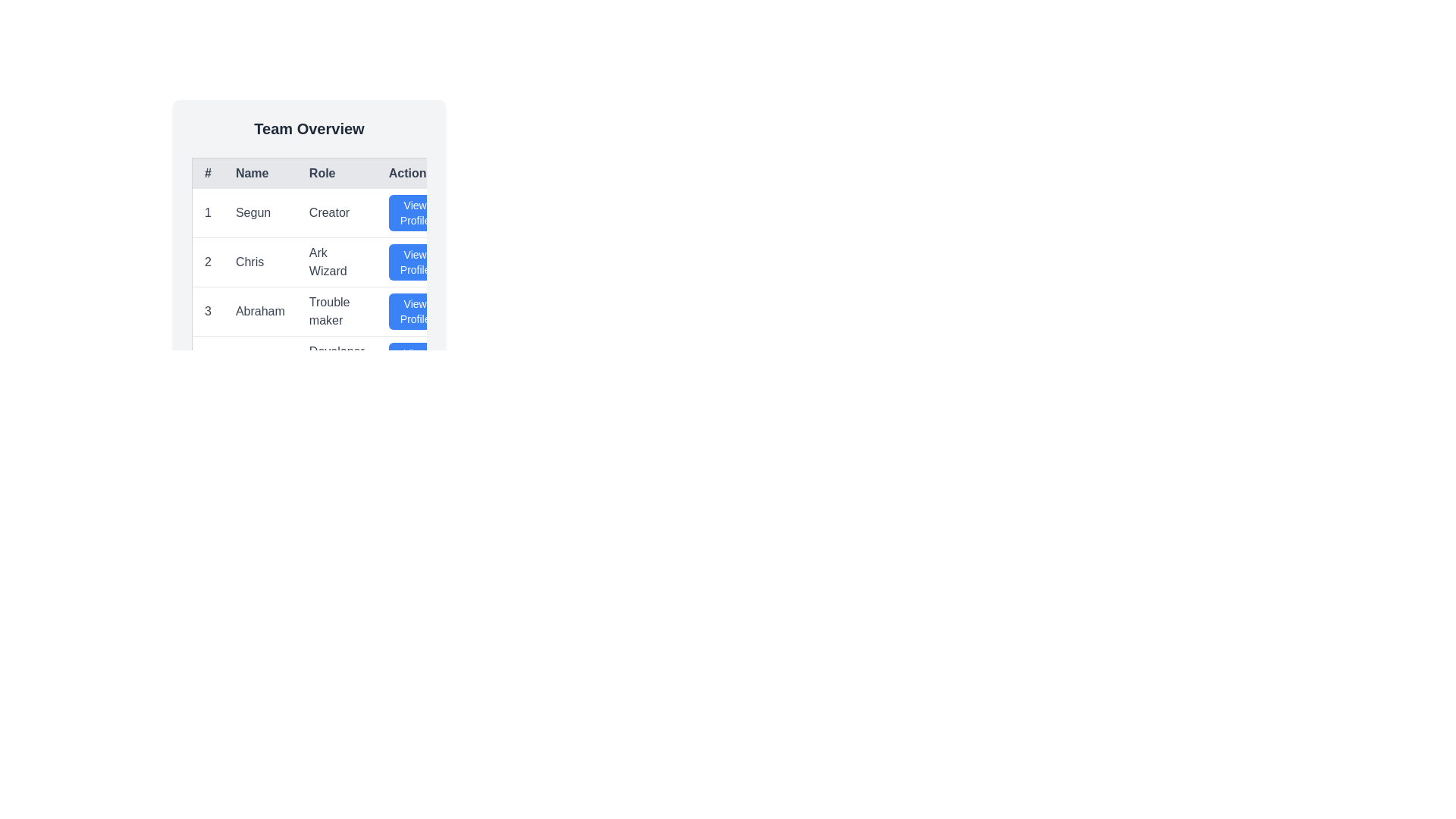 The height and width of the screenshot is (819, 1456). What do you see at coordinates (260, 172) in the screenshot?
I see `the Text Label that serves as a column header for names in the table, located in the second cell of the header row, between the '#' and 'Role' headers` at bounding box center [260, 172].